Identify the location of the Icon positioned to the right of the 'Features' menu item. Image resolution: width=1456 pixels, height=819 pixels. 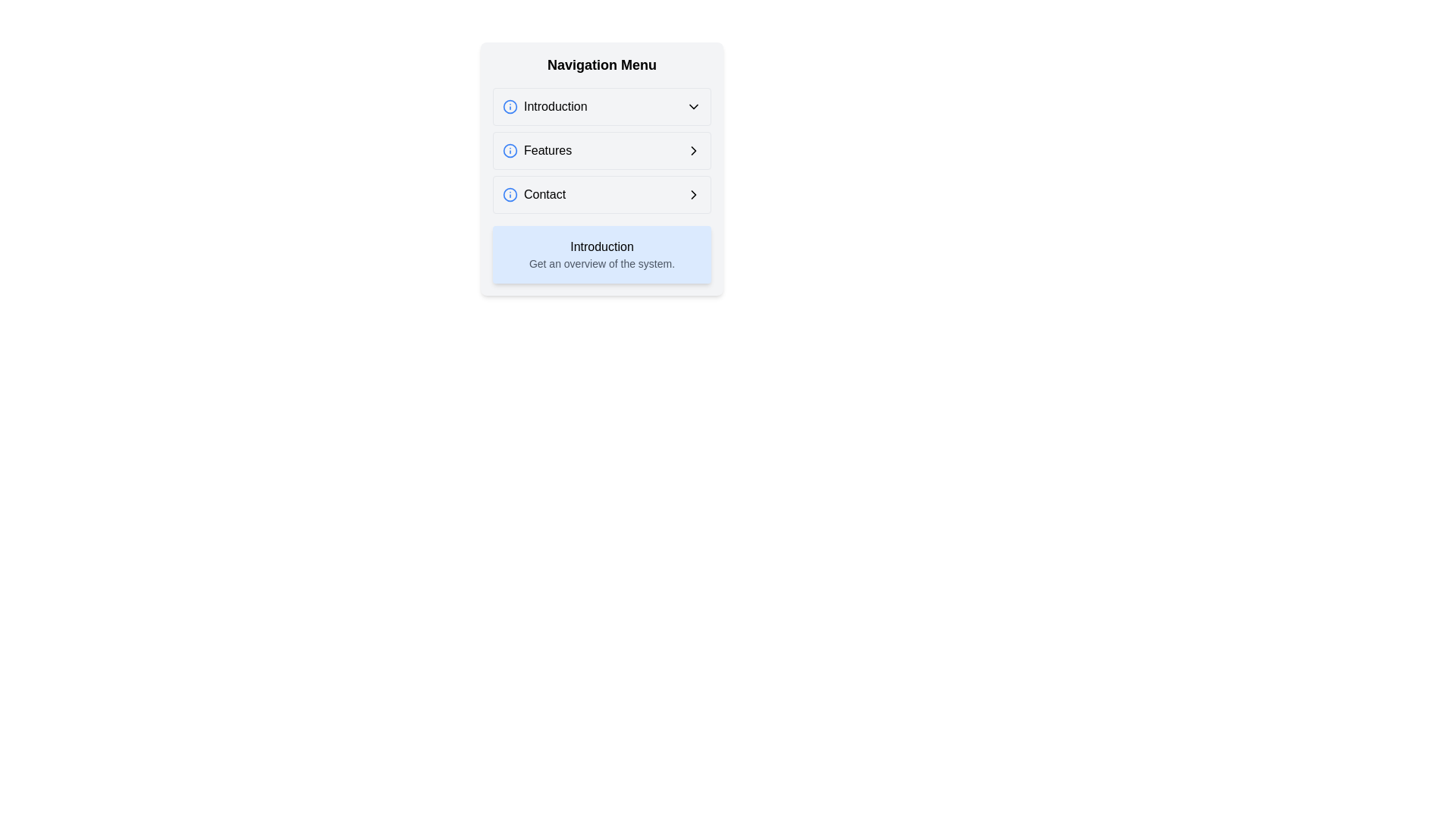
(693, 151).